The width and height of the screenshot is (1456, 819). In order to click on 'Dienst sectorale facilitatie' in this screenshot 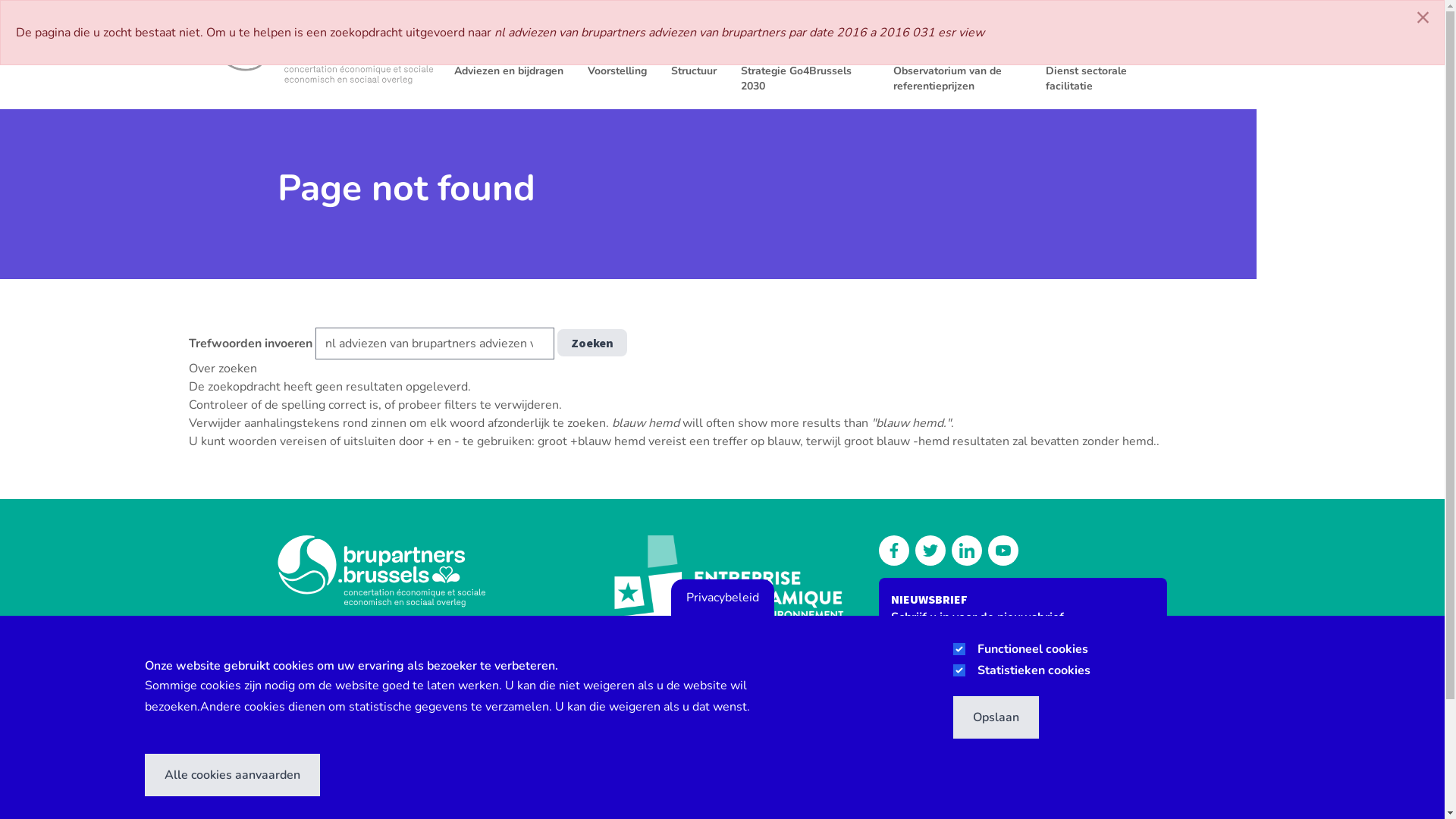, I will do `click(1109, 77)`.